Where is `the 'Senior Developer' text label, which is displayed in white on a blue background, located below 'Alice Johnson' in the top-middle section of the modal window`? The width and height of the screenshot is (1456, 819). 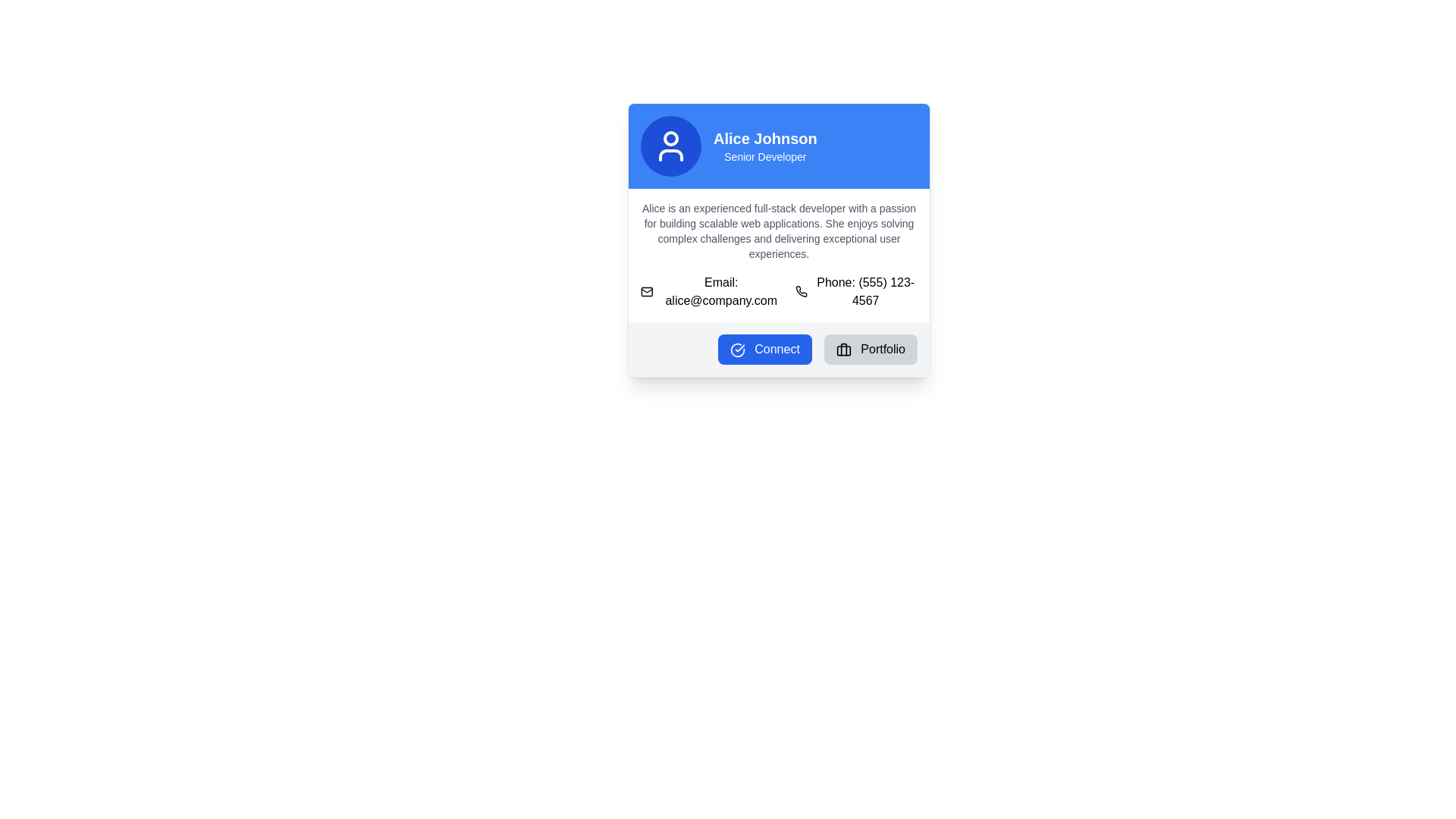 the 'Senior Developer' text label, which is displayed in white on a blue background, located below 'Alice Johnson' in the top-middle section of the modal window is located at coordinates (765, 157).